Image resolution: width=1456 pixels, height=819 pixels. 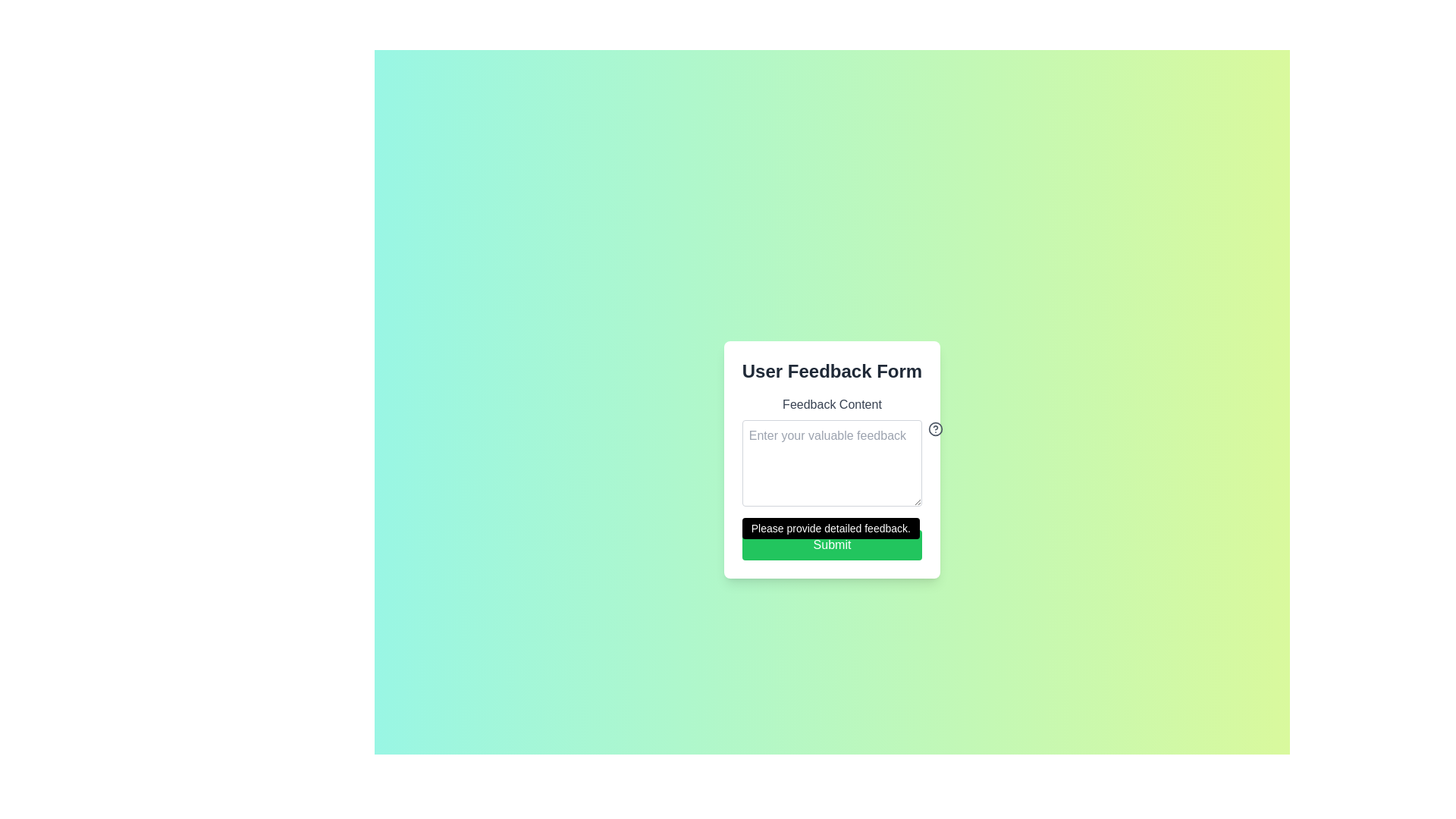 I want to click on the static tooltip located below the 'Feedback Content' text input area and above the 'Submit' button in the feedback form, so click(x=830, y=527).